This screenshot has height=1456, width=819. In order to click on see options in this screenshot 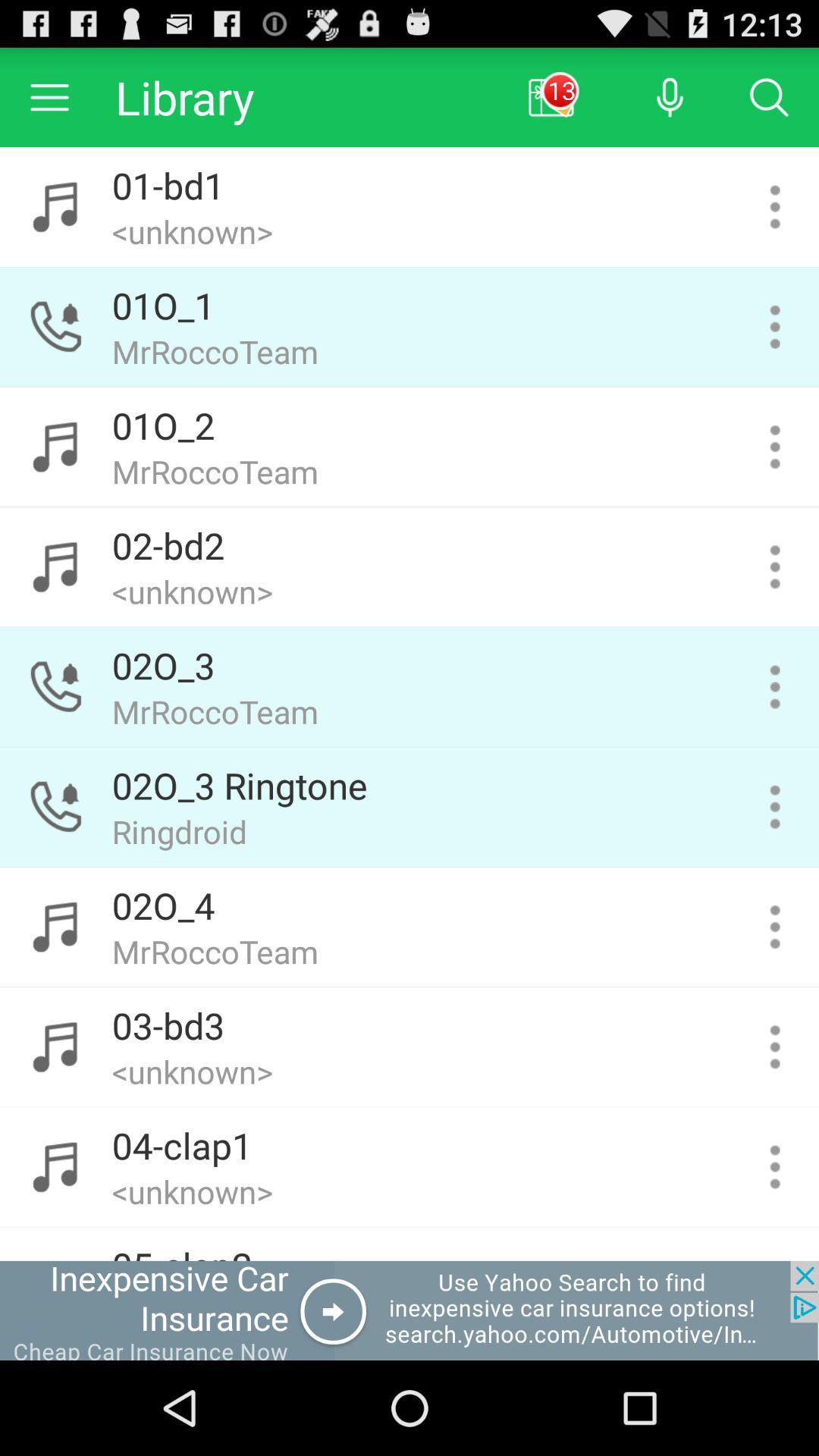, I will do `click(775, 446)`.